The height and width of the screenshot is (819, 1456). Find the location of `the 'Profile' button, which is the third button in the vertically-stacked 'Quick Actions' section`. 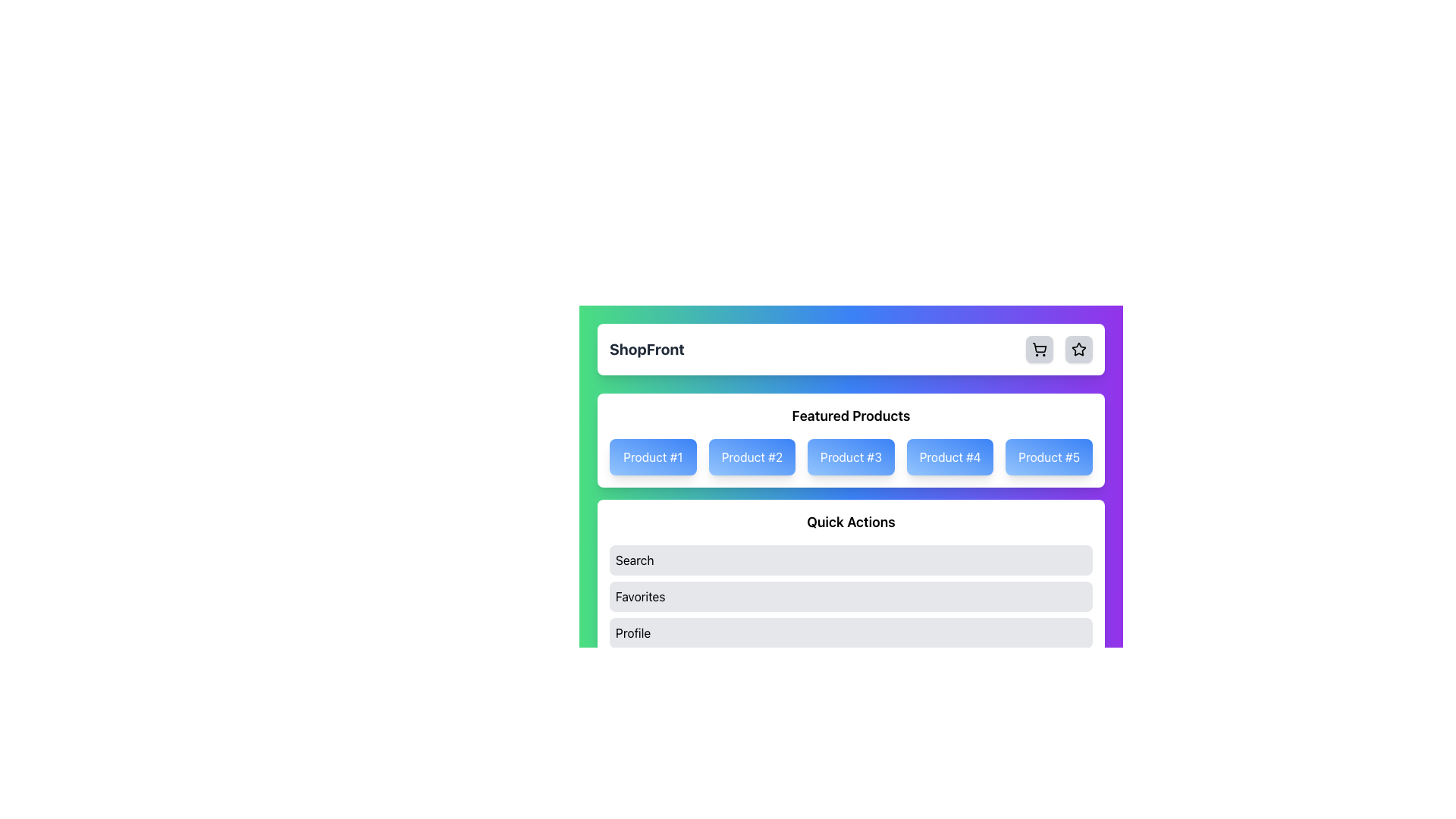

the 'Profile' button, which is the third button in the vertically-stacked 'Quick Actions' section is located at coordinates (851, 632).